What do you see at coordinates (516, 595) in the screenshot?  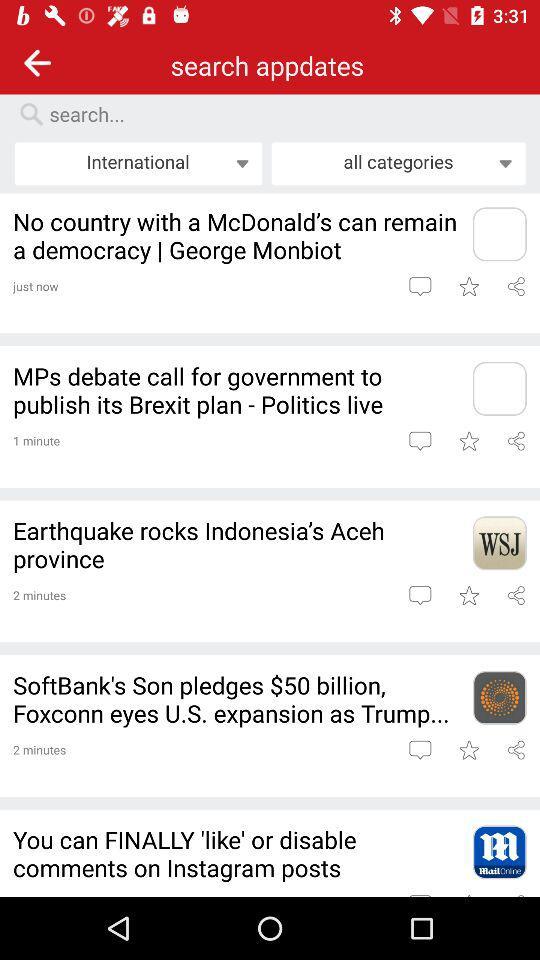 I see `share` at bounding box center [516, 595].